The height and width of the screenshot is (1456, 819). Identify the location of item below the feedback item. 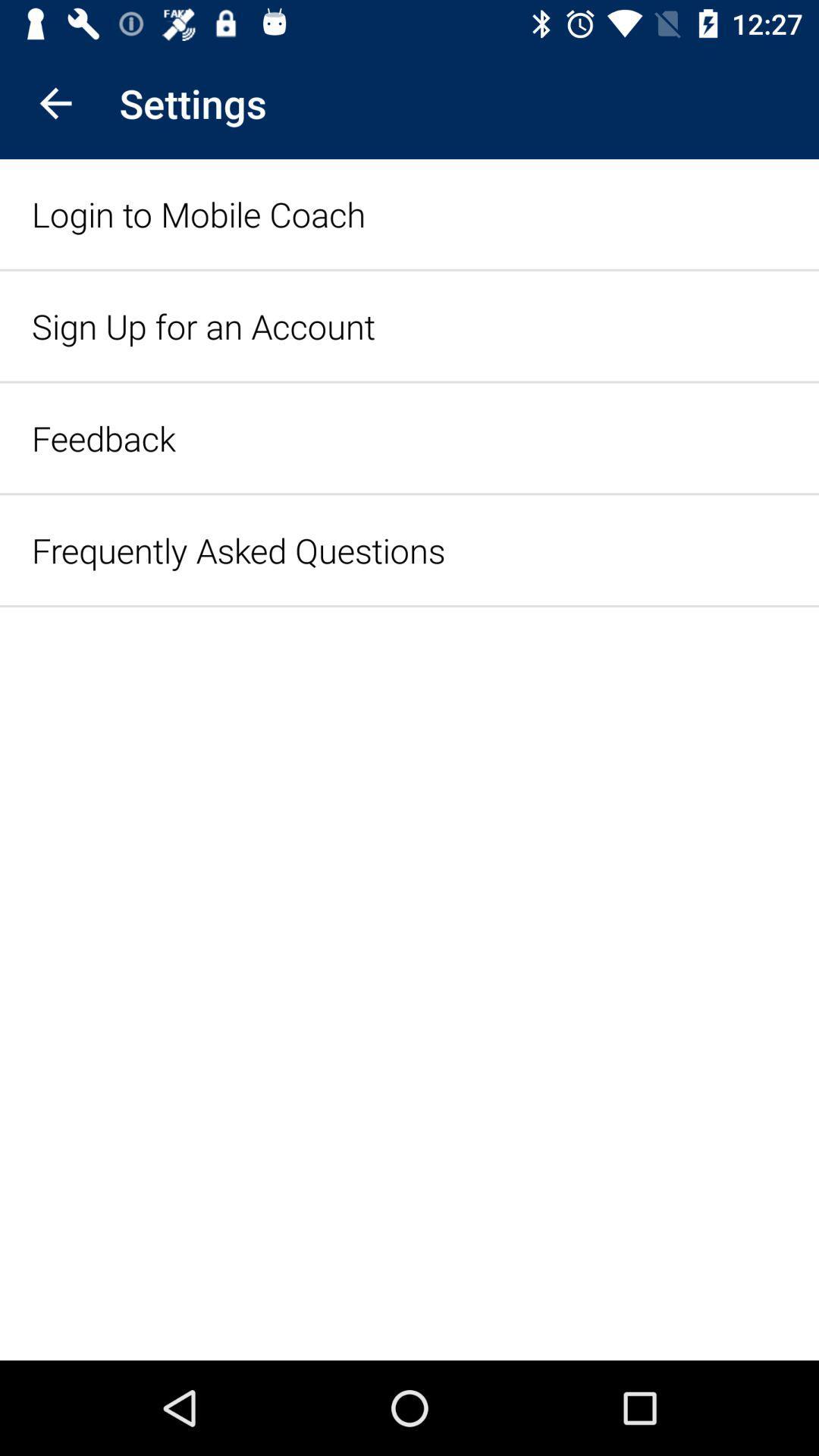
(238, 549).